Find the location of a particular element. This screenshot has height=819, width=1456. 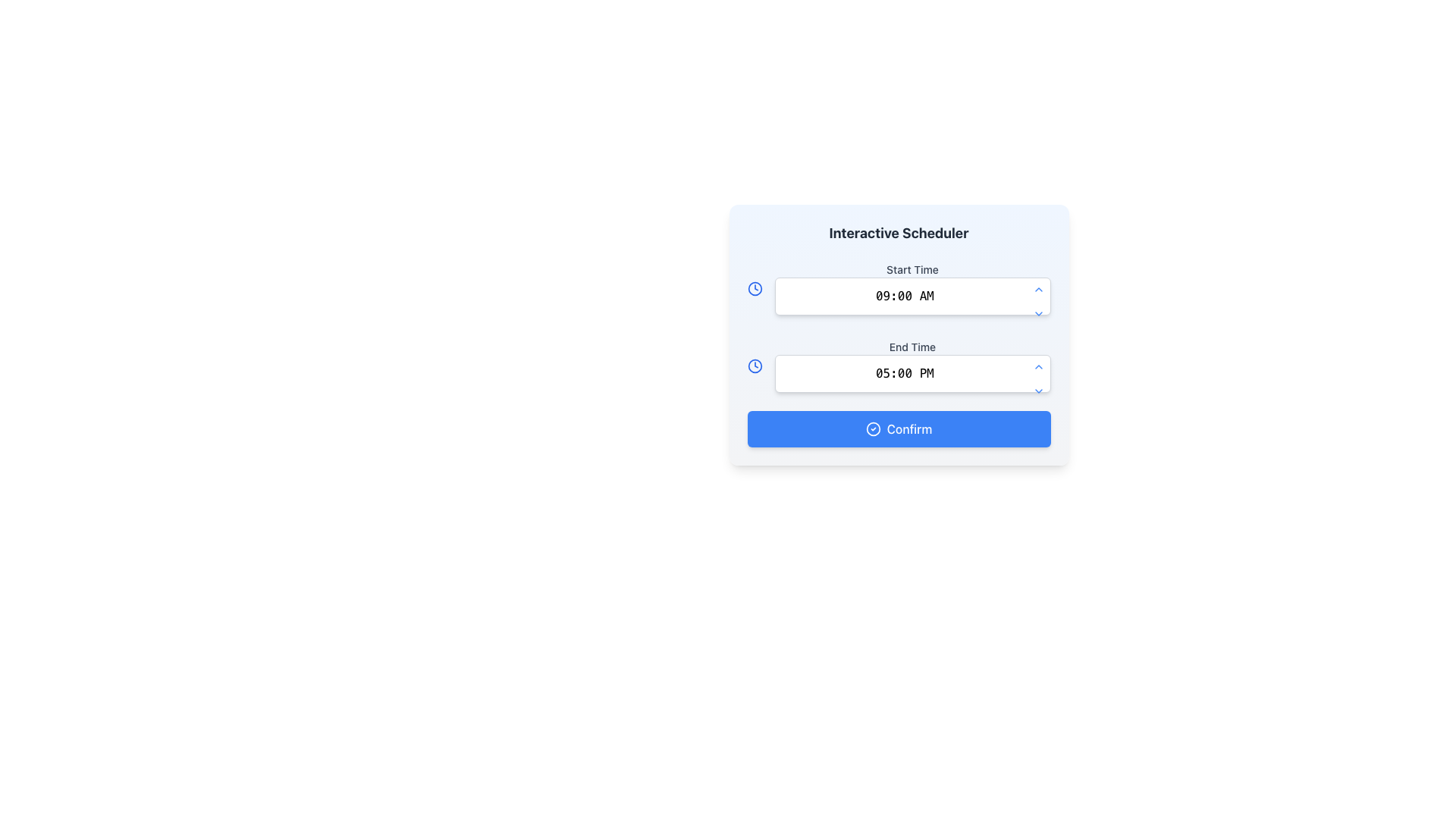

the 'Confirm' button with a blue background and white text, located at the bottom of the 'Interactive Scheduler' dialog box is located at coordinates (899, 429).